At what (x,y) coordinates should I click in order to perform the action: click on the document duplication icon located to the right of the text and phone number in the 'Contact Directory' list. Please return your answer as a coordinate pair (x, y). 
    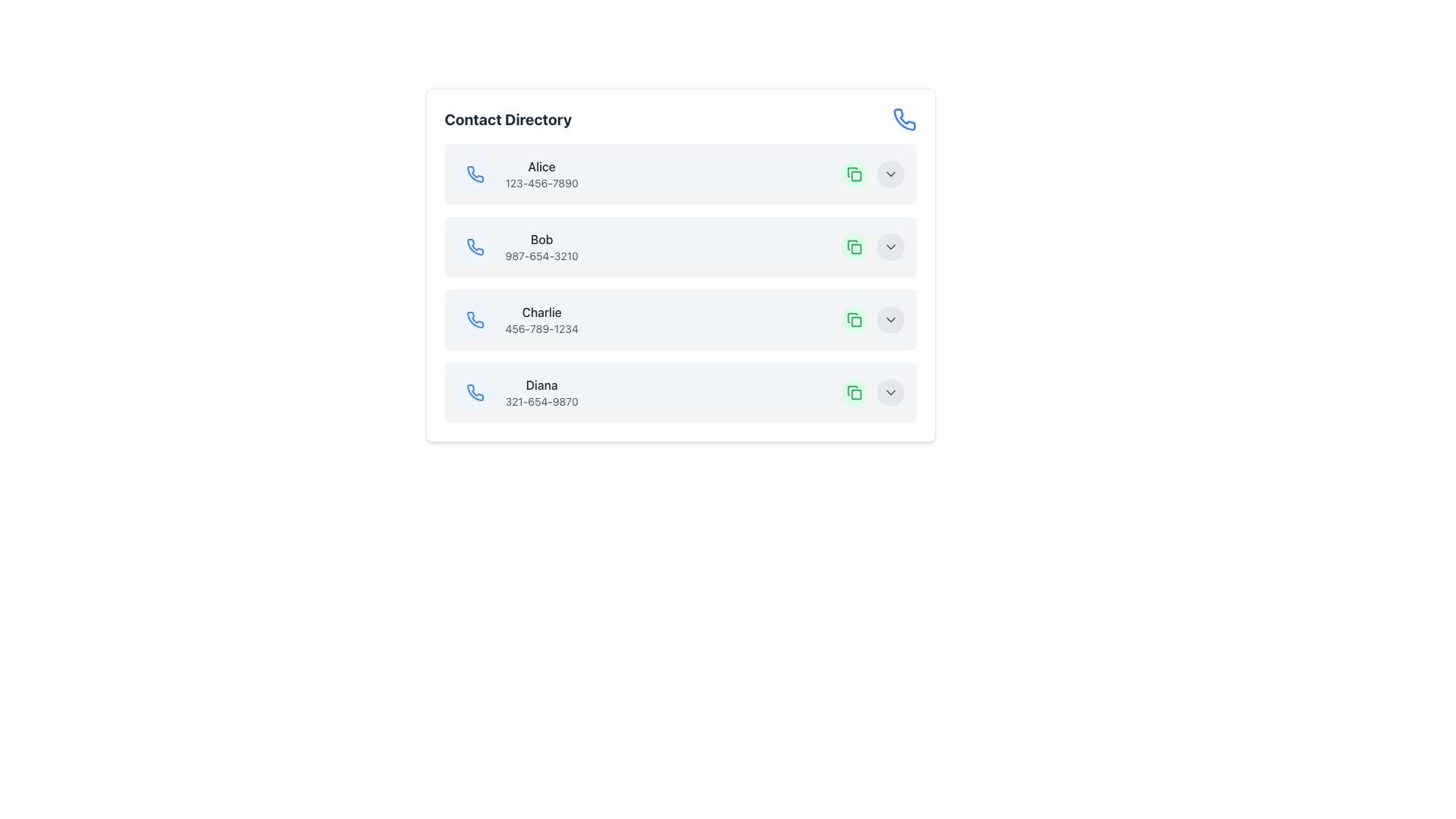
    Looking at the image, I should click on (852, 390).